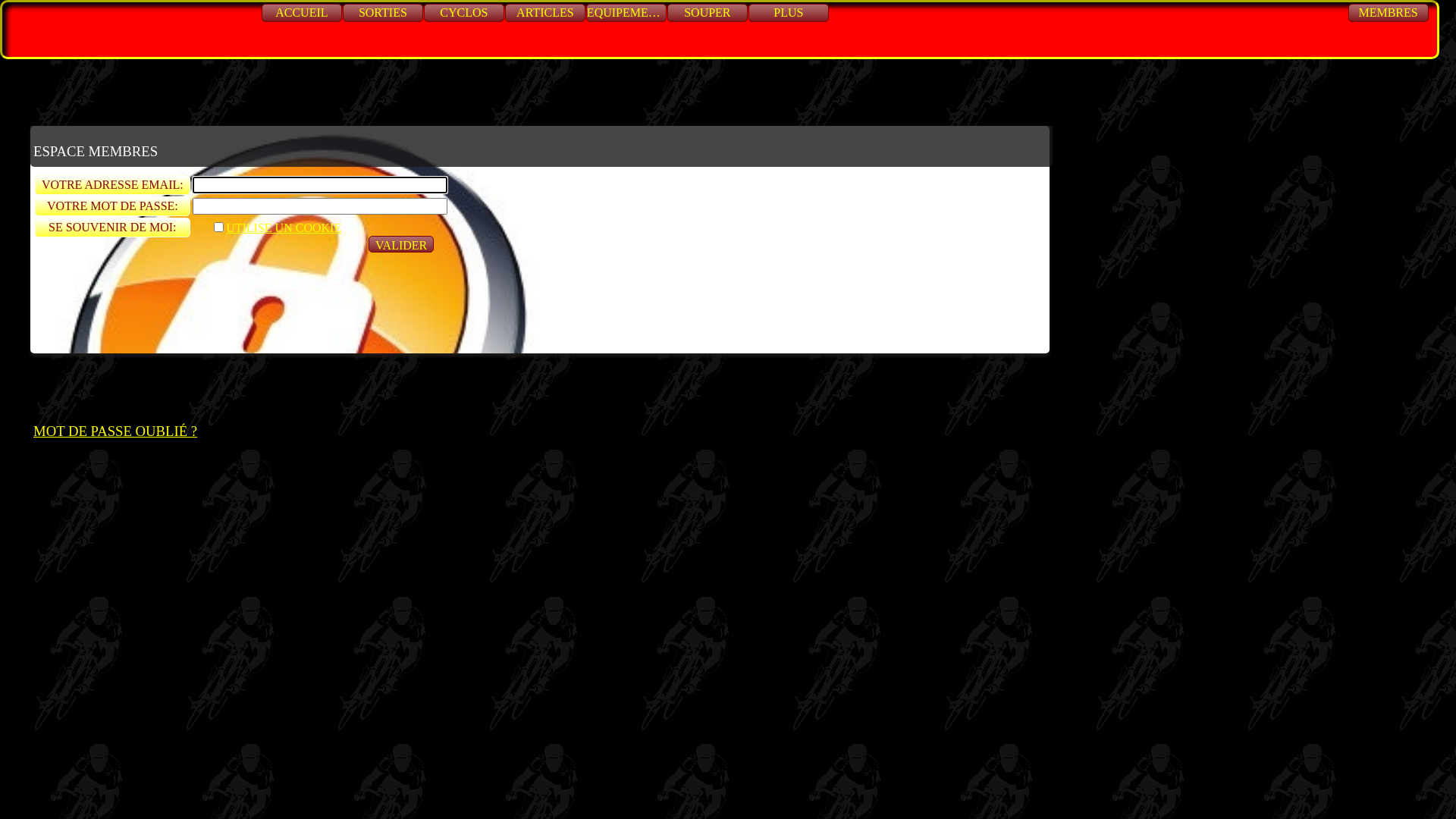 The height and width of the screenshot is (819, 1456). Describe the element at coordinates (210, 227) in the screenshot. I see `'UTILISE UN COOKIE'` at that location.